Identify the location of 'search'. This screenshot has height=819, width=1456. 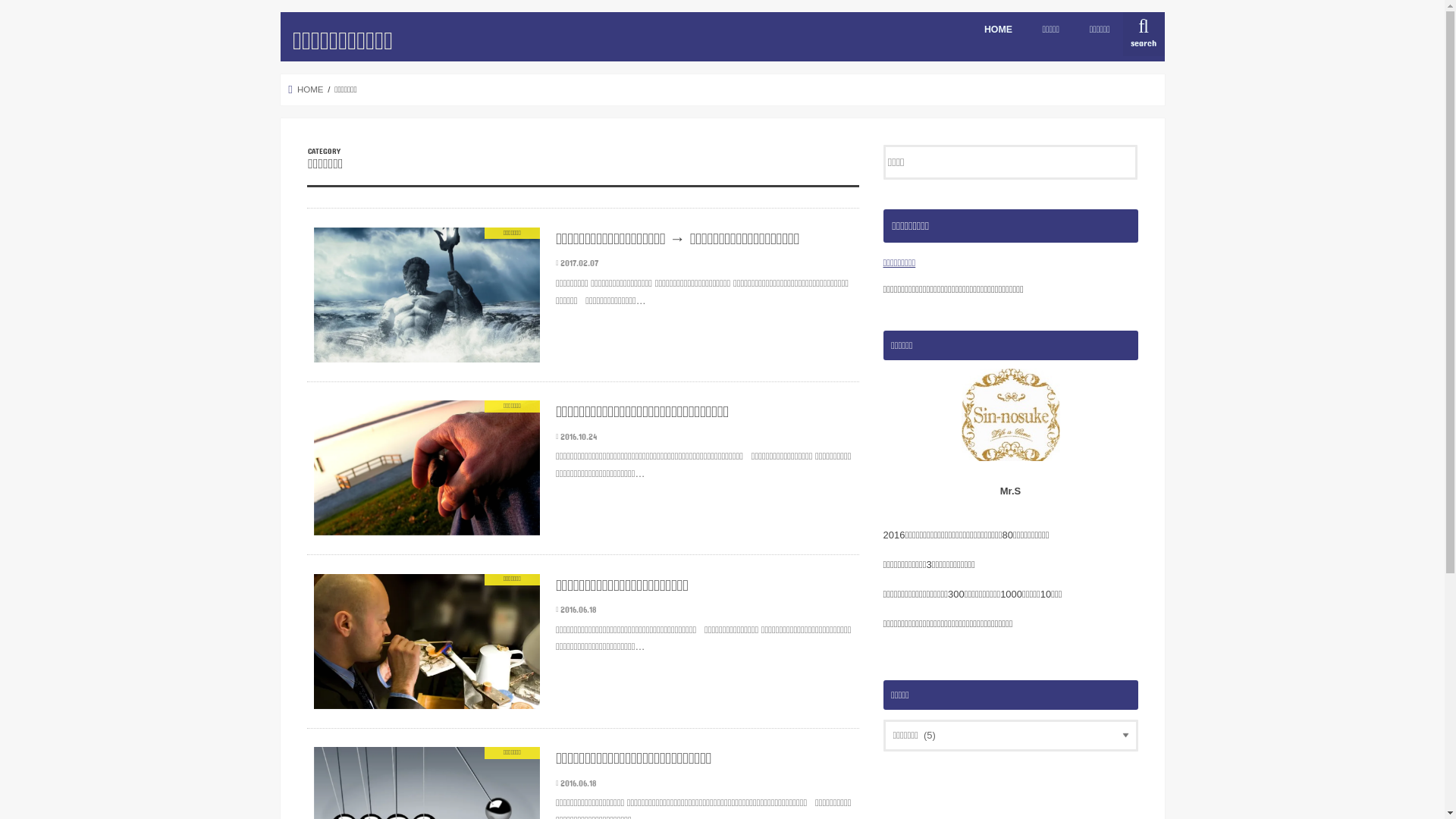
(1143, 34).